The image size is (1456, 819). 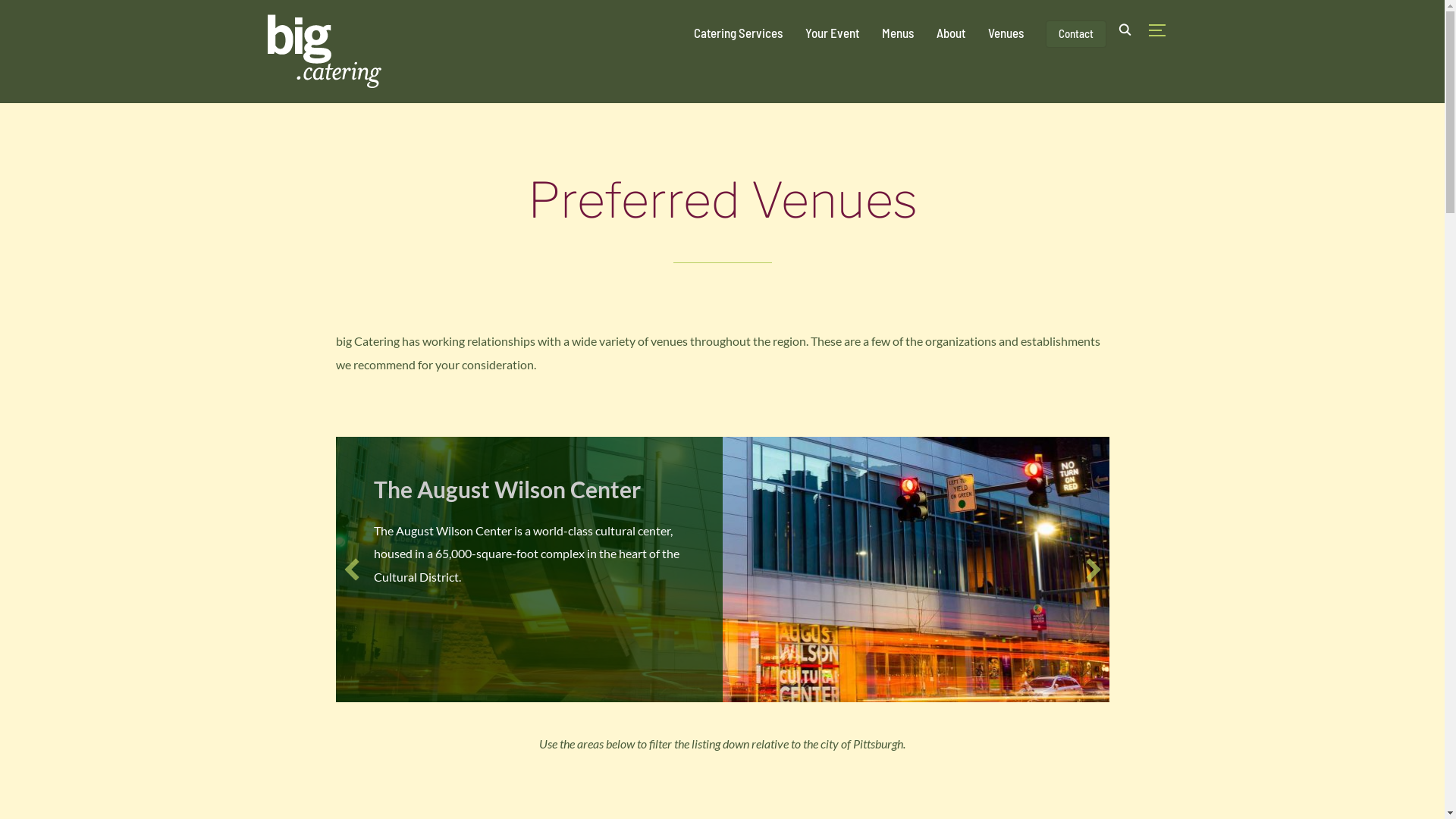 What do you see at coordinates (1005, 32) in the screenshot?
I see `'Venues'` at bounding box center [1005, 32].